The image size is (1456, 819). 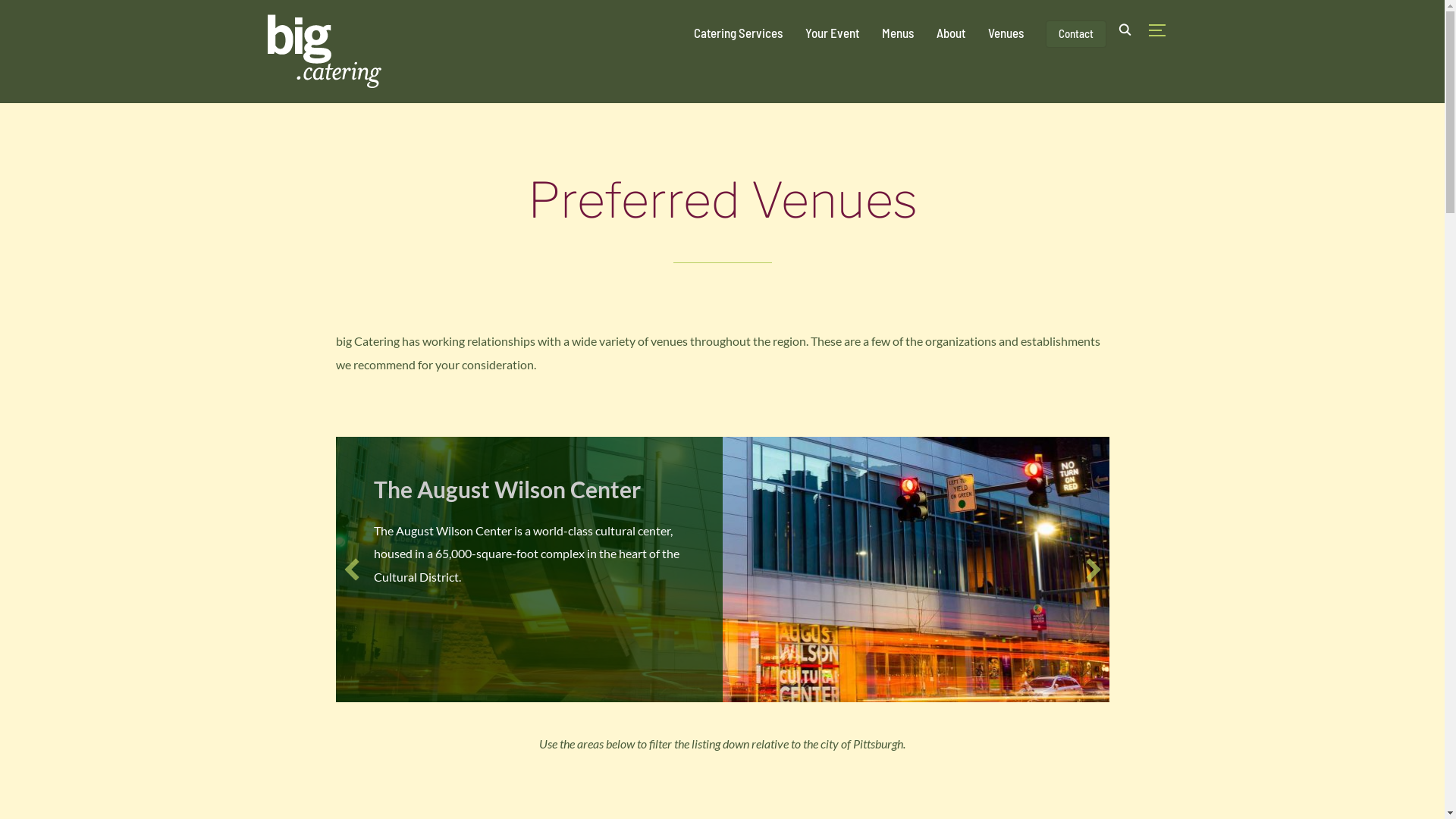 What do you see at coordinates (1005, 32) in the screenshot?
I see `'Venues'` at bounding box center [1005, 32].